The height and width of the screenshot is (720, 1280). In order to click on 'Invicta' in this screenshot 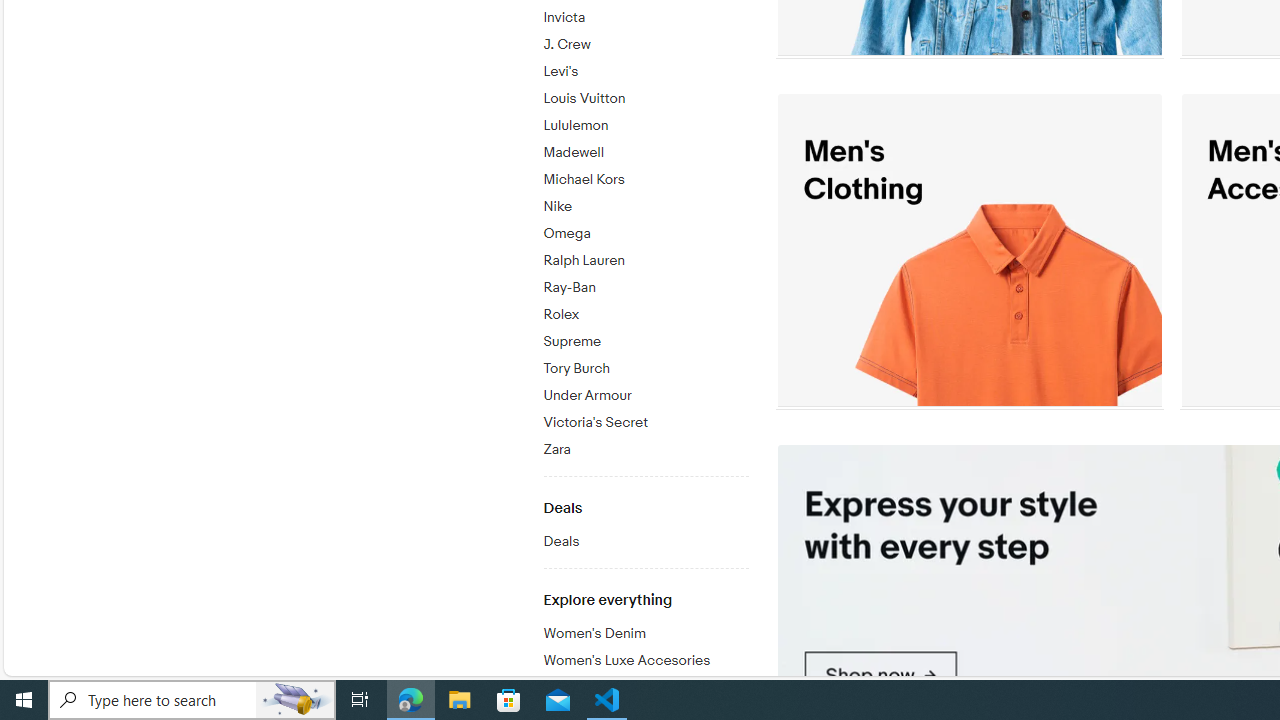, I will do `click(645, 14)`.